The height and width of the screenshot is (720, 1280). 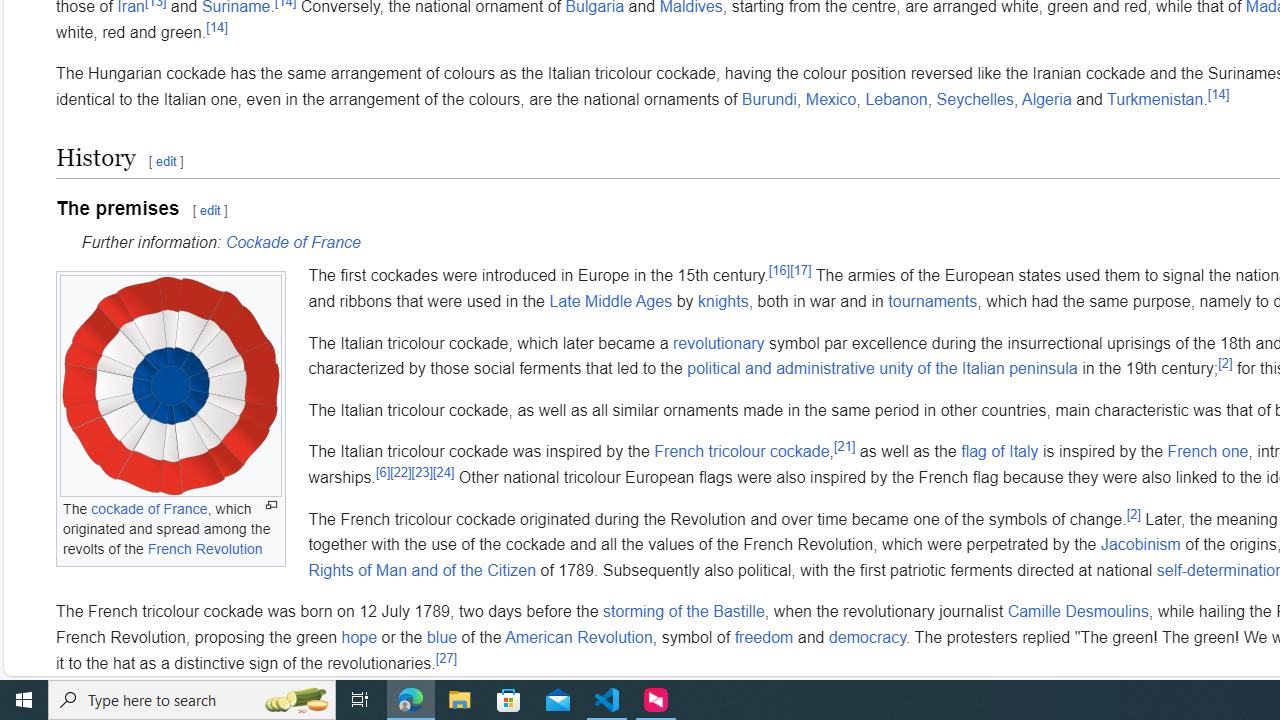 I want to click on 'democracy', so click(x=867, y=636).